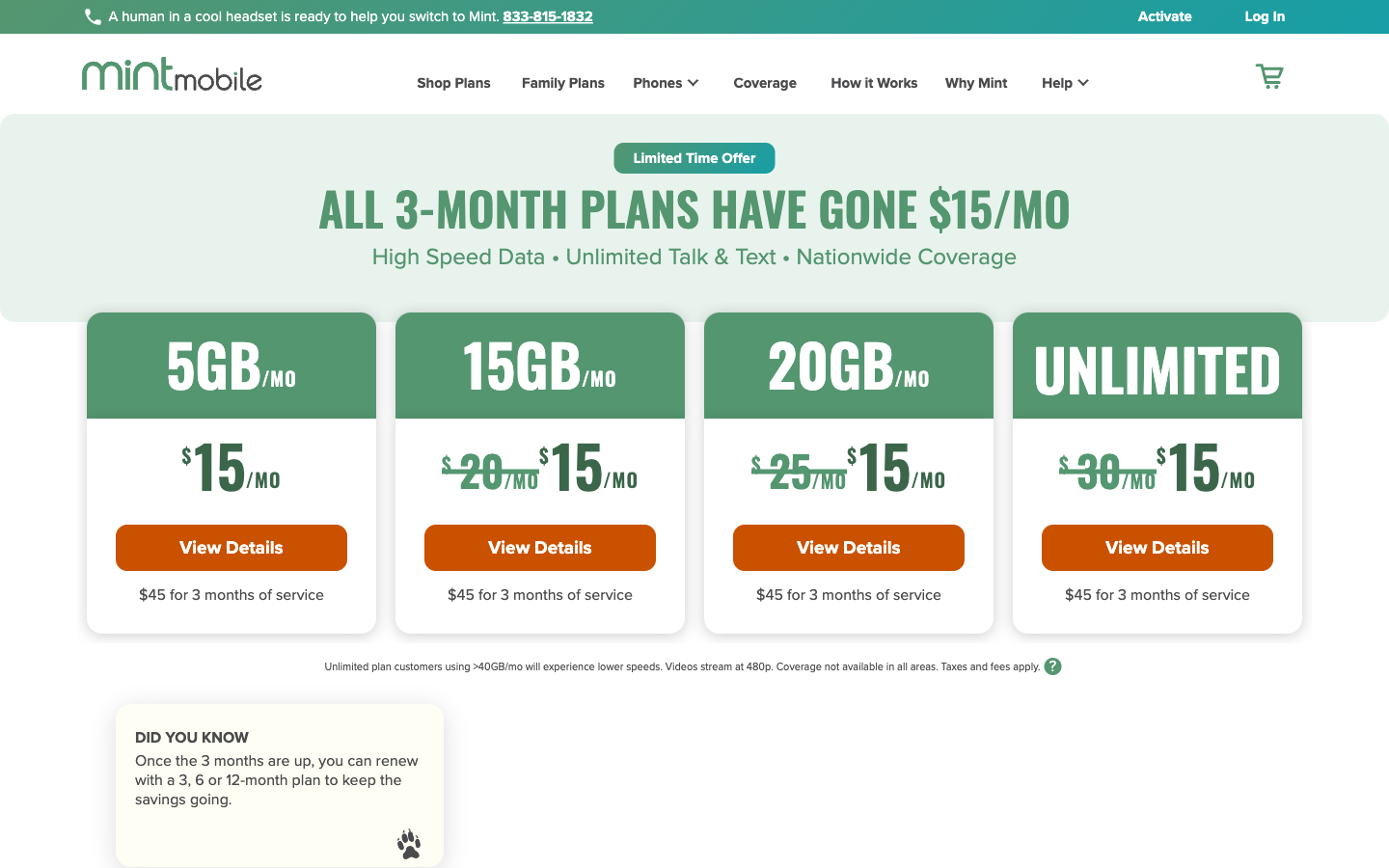  Describe the element at coordinates (847, 547) in the screenshot. I see `Get more information on 20GB Plan` at that location.